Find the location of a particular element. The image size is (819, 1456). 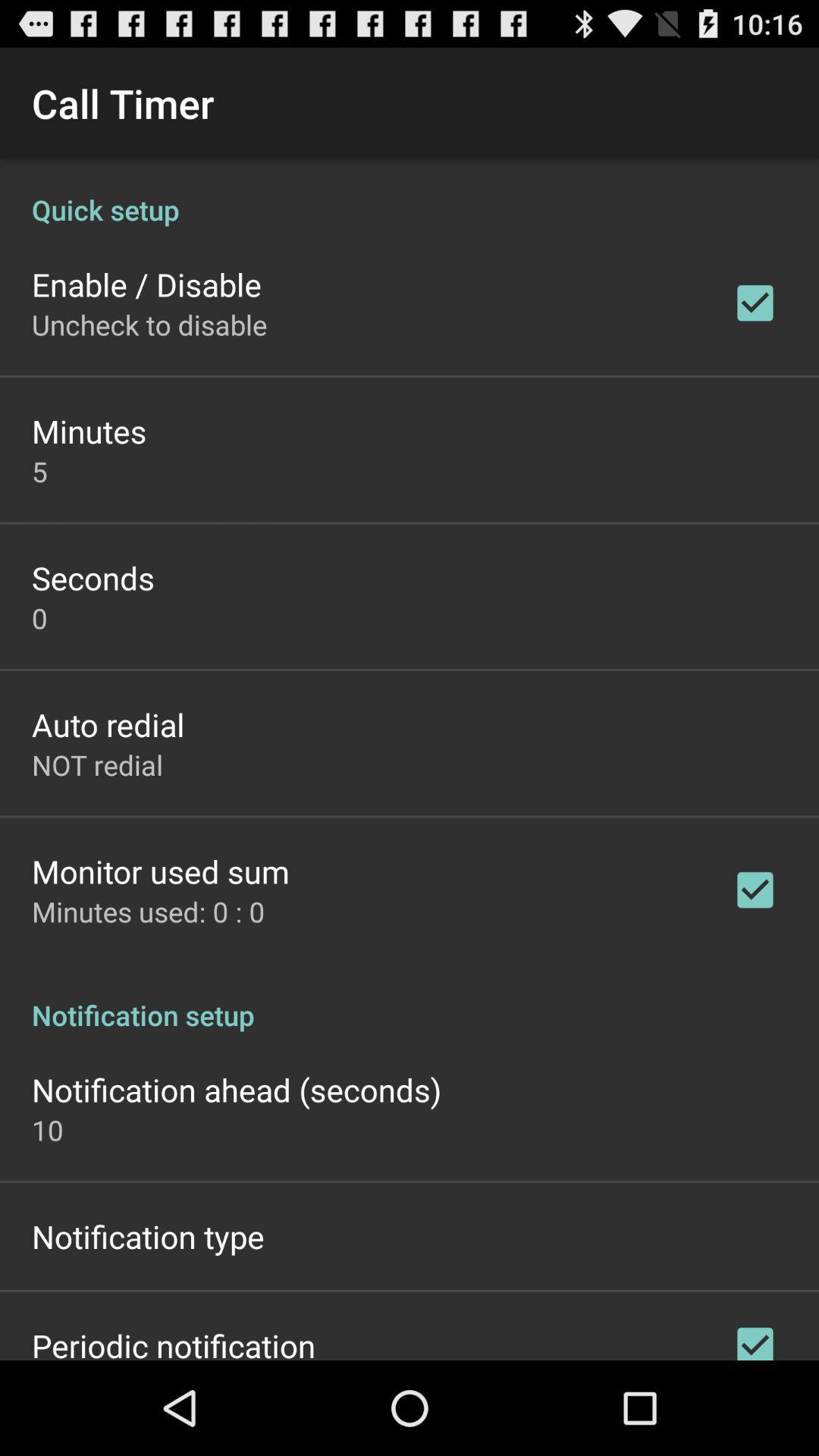

not redial item is located at coordinates (97, 764).